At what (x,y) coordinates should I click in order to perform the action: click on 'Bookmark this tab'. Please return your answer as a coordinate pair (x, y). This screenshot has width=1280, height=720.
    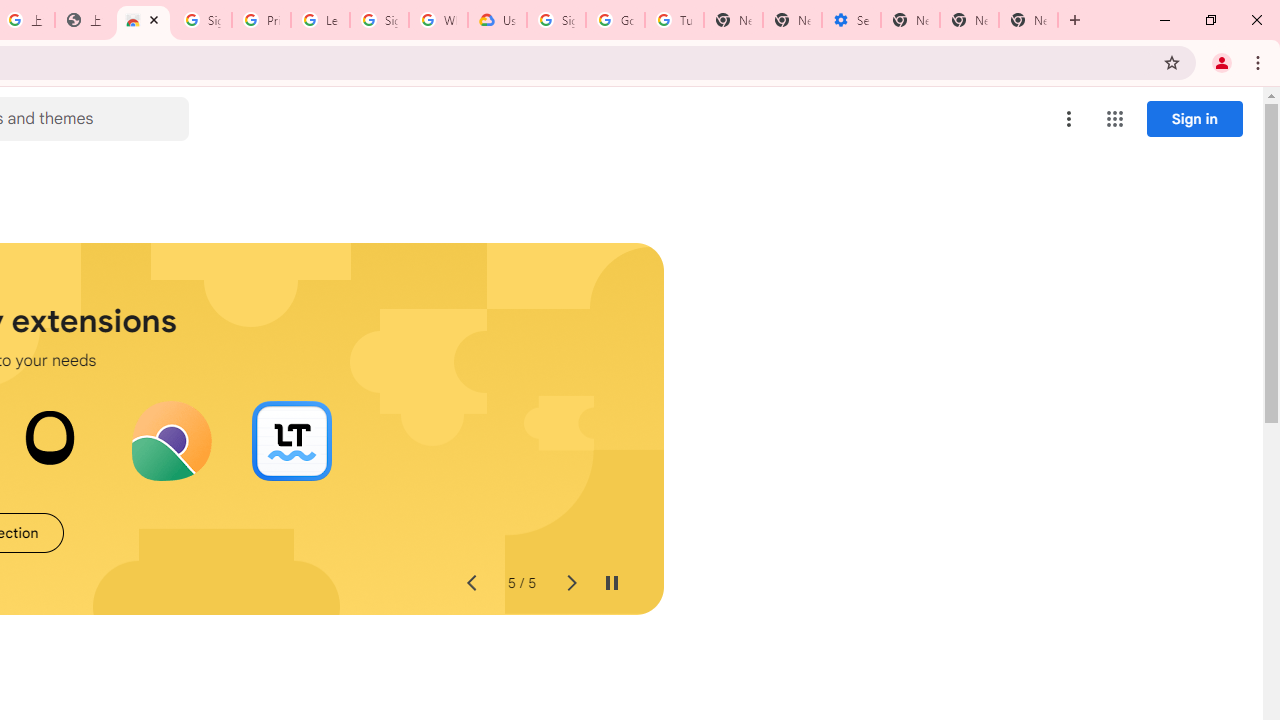
    Looking at the image, I should click on (1171, 61).